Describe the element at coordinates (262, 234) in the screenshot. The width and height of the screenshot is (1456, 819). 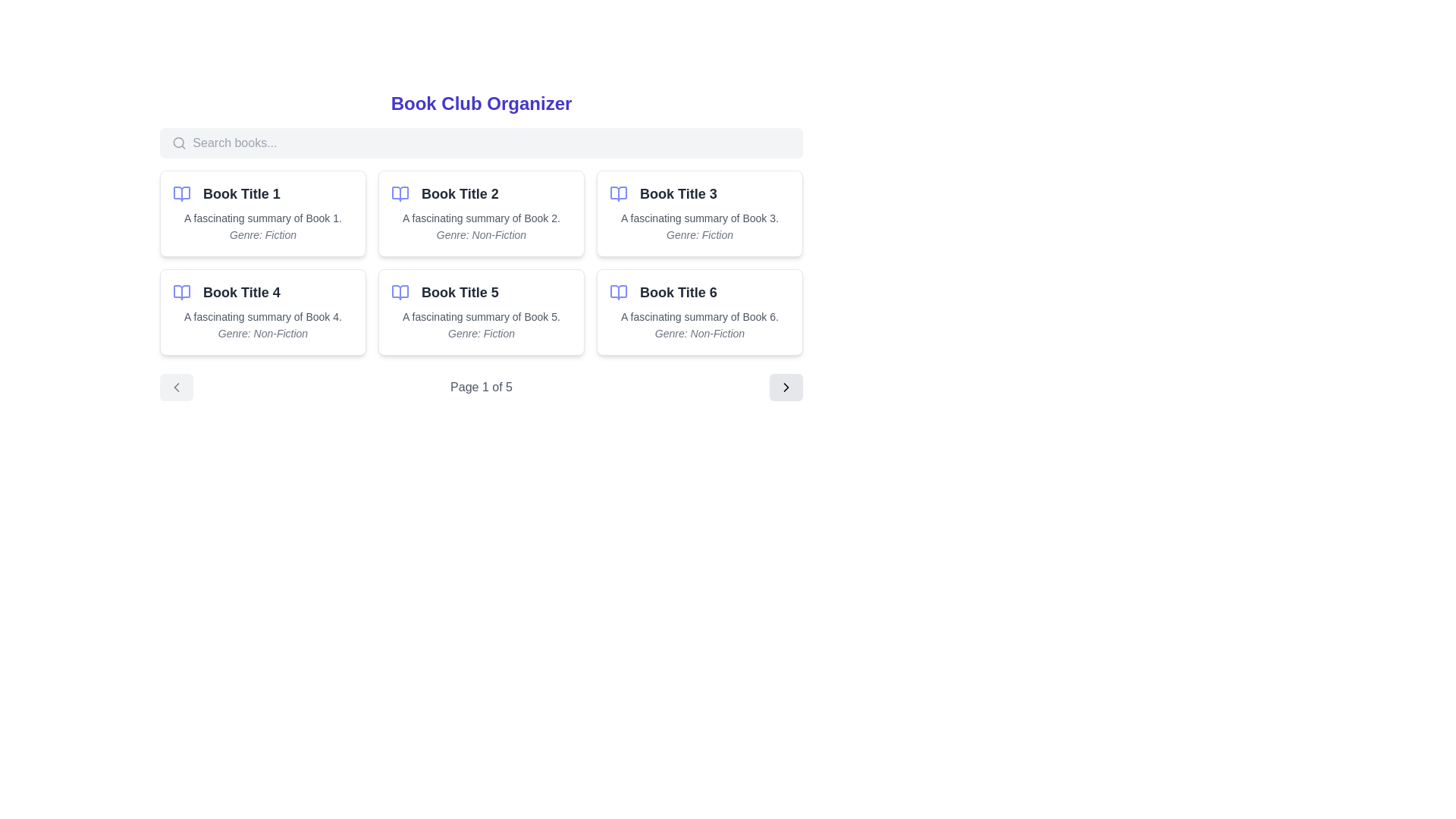
I see `the Text label indicating the genre 'Fiction' located at the bottom of the card for 'Book Title 1'` at that location.